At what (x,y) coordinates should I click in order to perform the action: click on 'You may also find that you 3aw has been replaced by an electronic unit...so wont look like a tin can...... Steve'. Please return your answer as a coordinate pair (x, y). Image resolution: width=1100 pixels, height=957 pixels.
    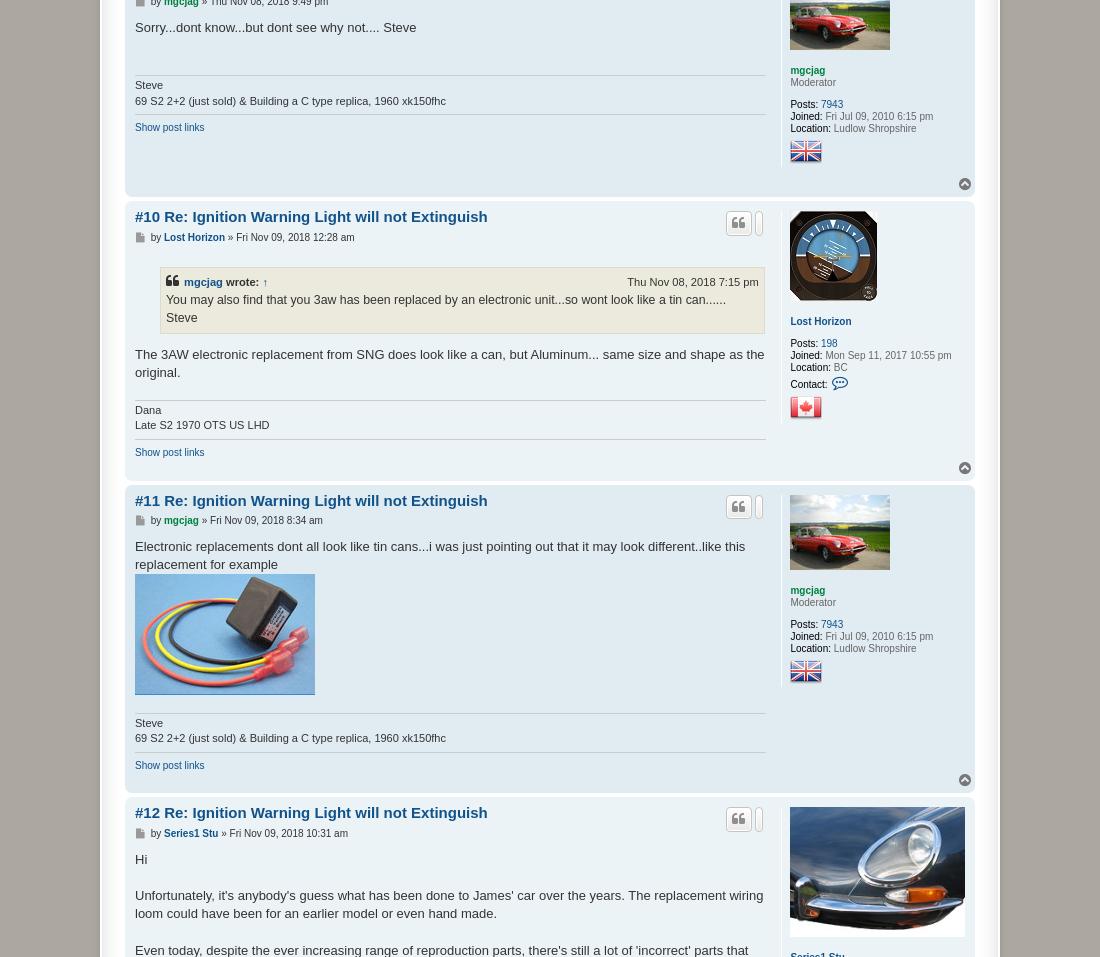
    Looking at the image, I should click on (445, 309).